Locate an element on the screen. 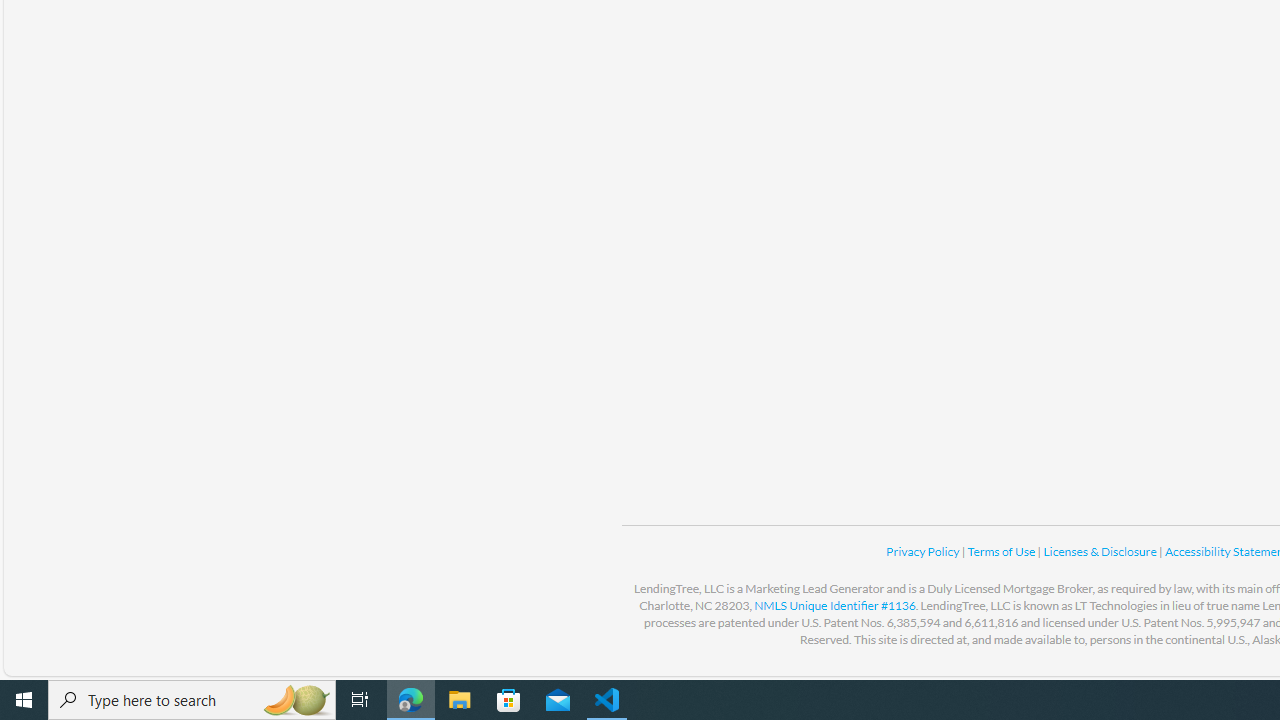 The width and height of the screenshot is (1280, 720). 'NMLS Unique Identifier #1136' is located at coordinates (835, 604).